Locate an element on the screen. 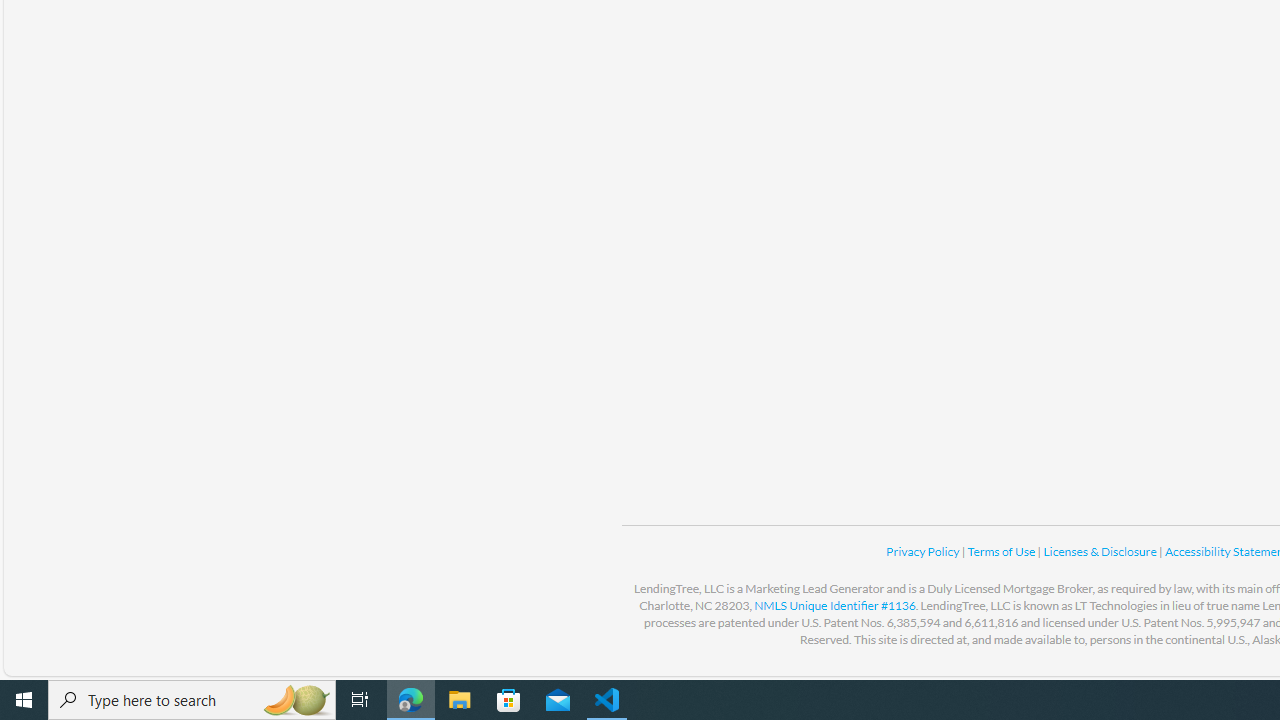 The width and height of the screenshot is (1280, 720). 'NMLS Unique Identifier #1136' is located at coordinates (835, 604).